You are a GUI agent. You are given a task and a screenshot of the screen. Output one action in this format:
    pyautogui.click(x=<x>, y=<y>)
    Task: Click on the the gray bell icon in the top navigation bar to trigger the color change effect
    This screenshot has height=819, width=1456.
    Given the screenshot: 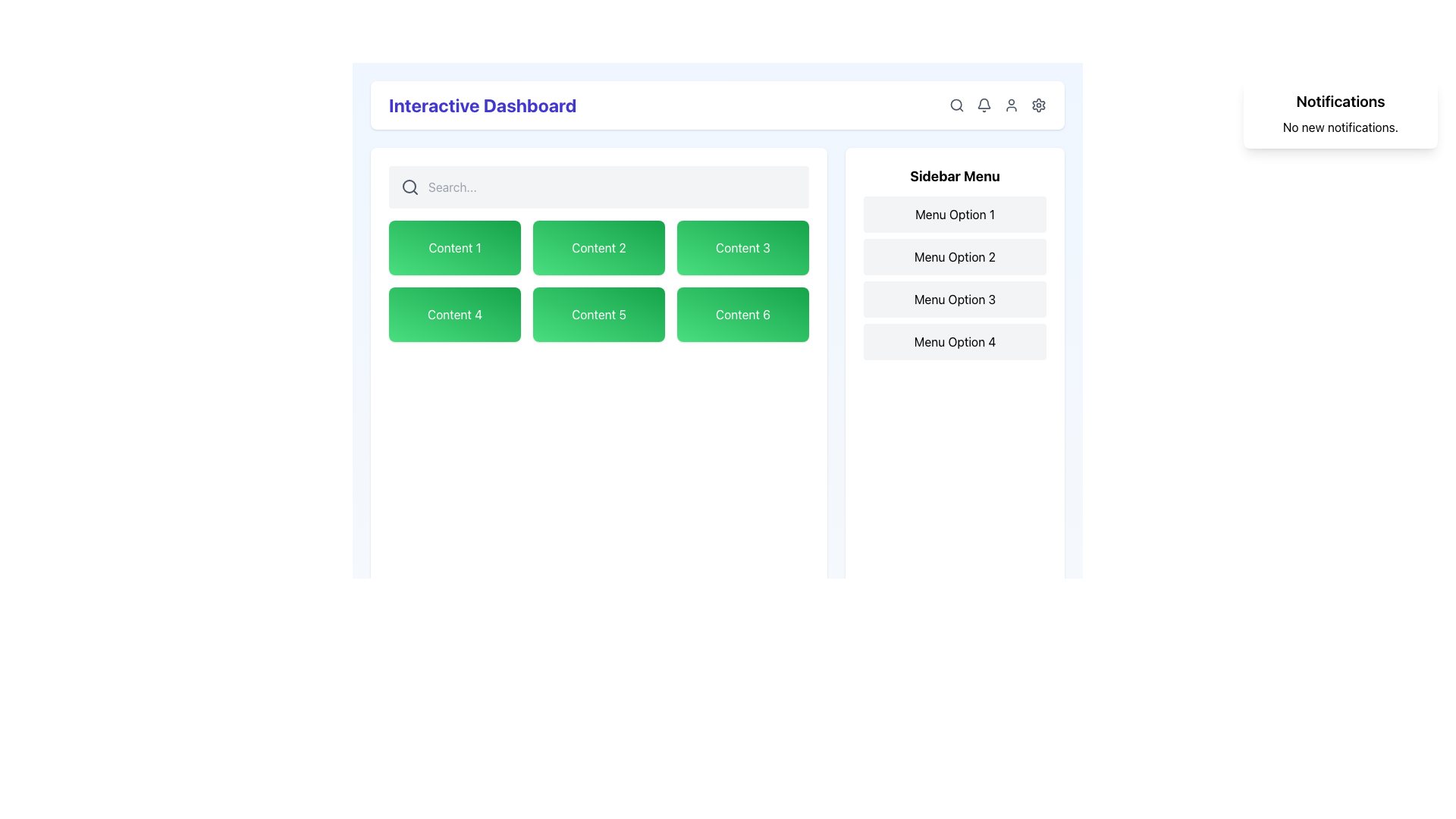 What is the action you would take?
    pyautogui.click(x=984, y=104)
    